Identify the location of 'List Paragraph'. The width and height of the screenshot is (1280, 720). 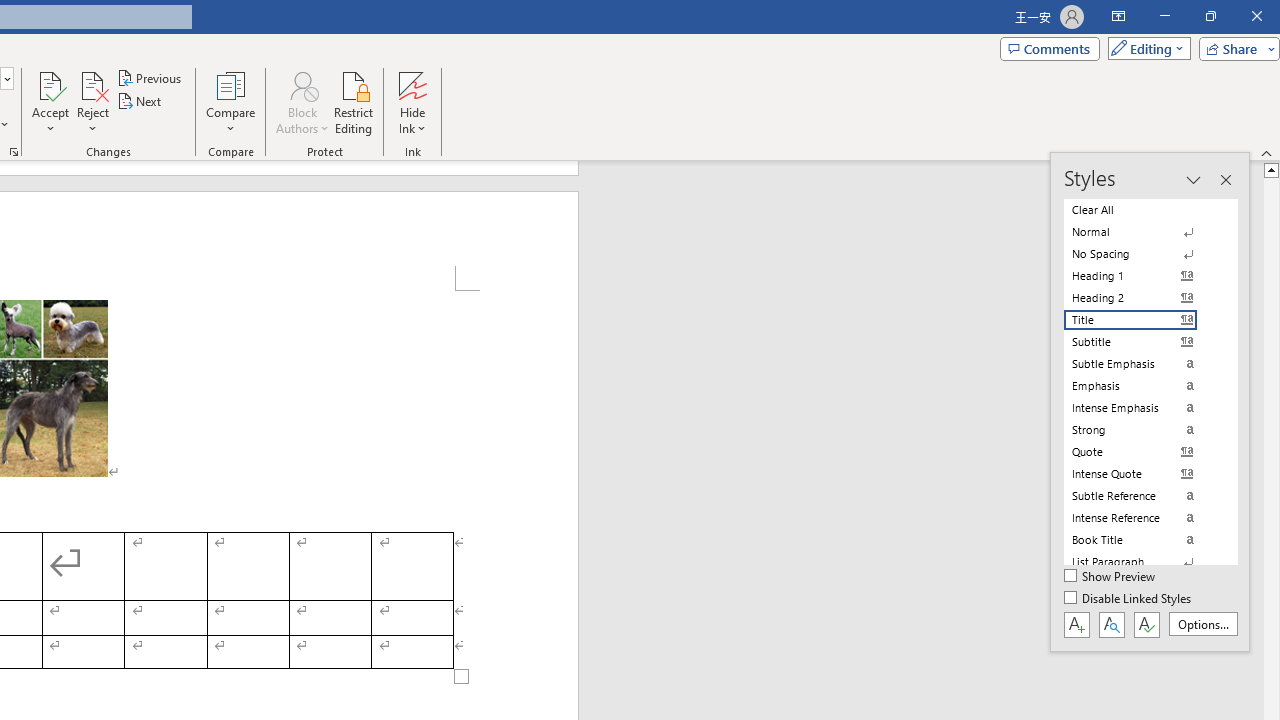
(1142, 561).